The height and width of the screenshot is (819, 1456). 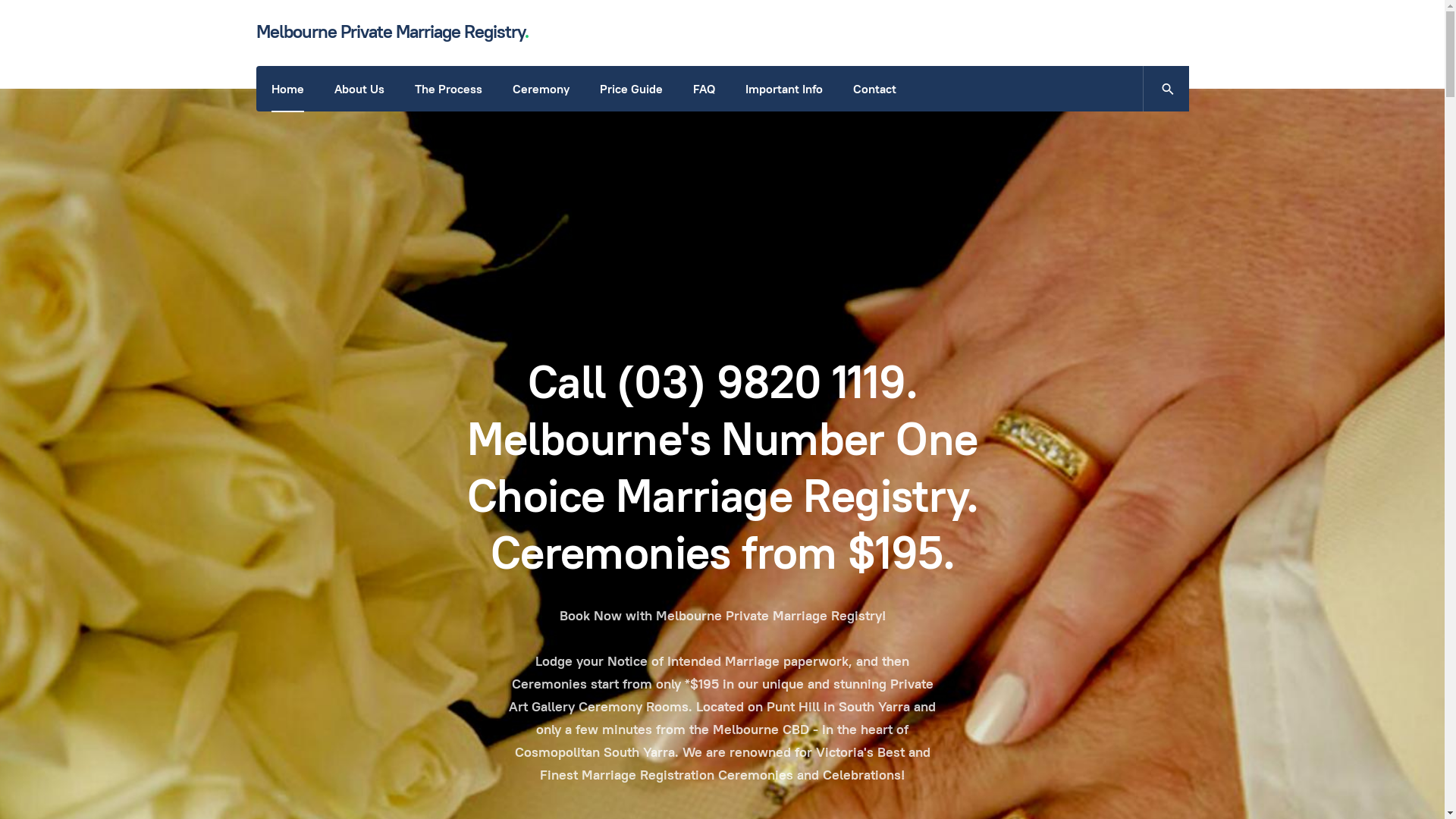 What do you see at coordinates (630, 88) in the screenshot?
I see `'Price Guide'` at bounding box center [630, 88].